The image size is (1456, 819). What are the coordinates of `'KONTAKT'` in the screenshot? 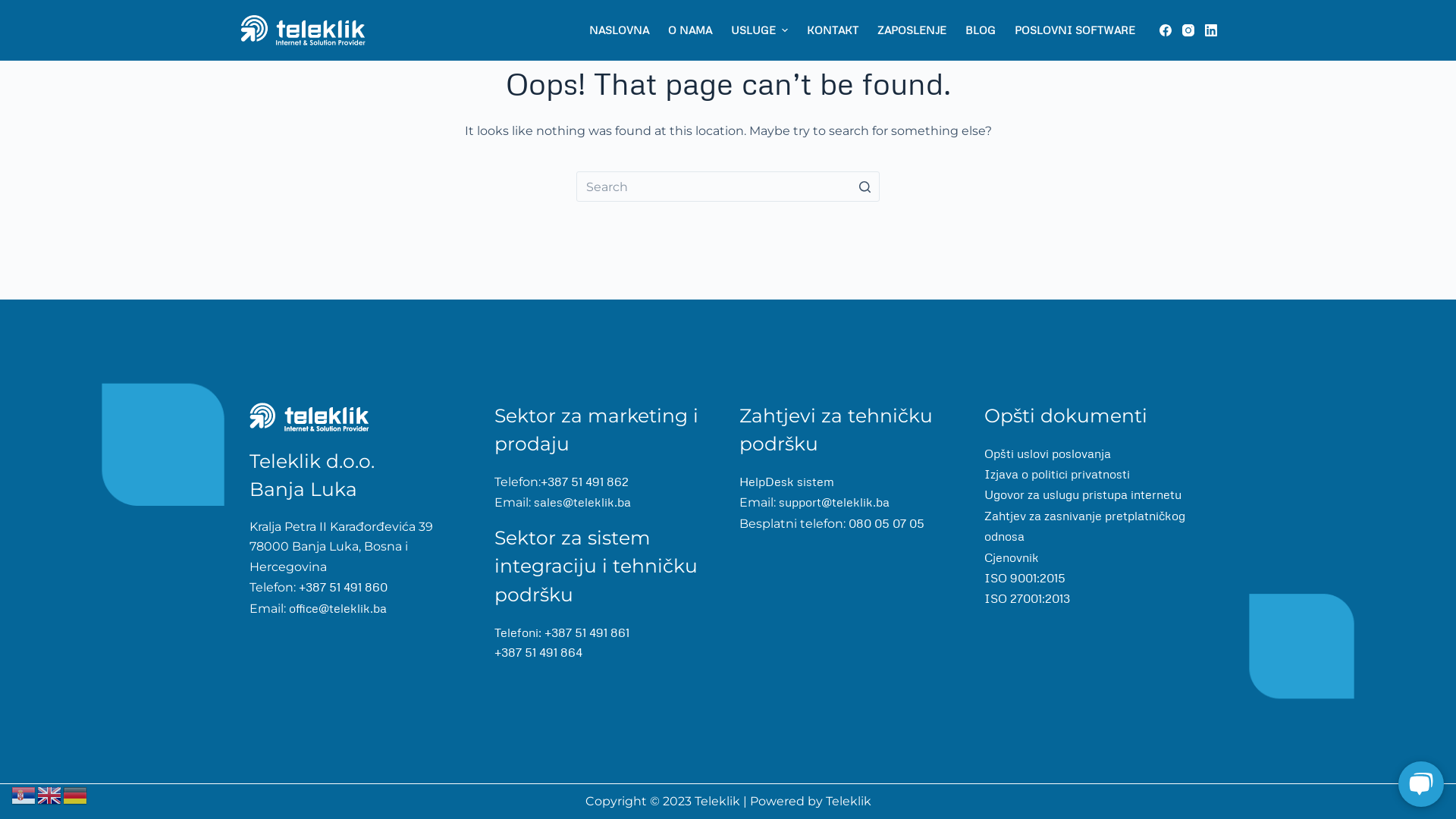 It's located at (831, 30).